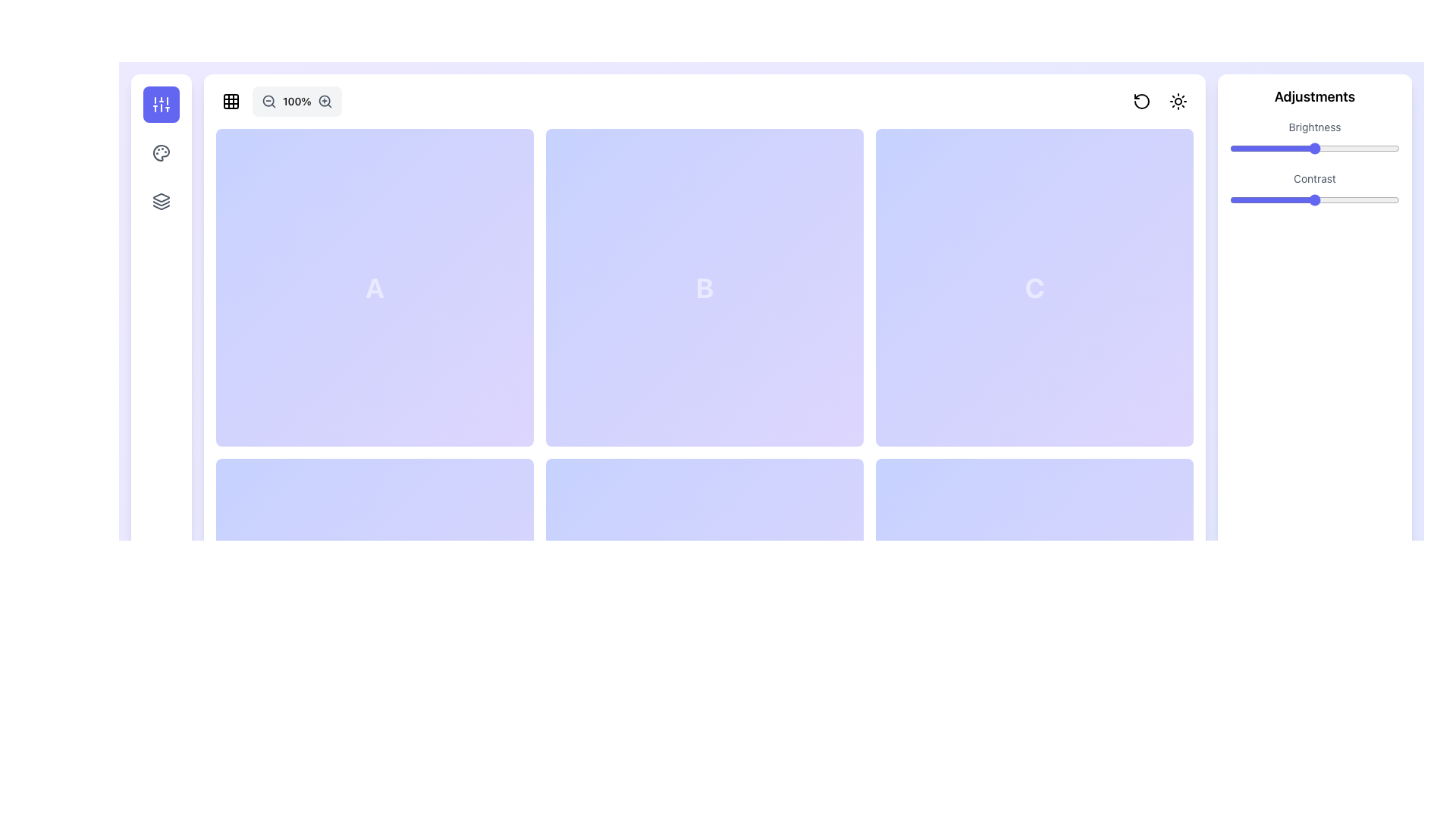 The height and width of the screenshot is (819, 1456). Describe the element at coordinates (1301, 149) in the screenshot. I see `the brightness level` at that location.